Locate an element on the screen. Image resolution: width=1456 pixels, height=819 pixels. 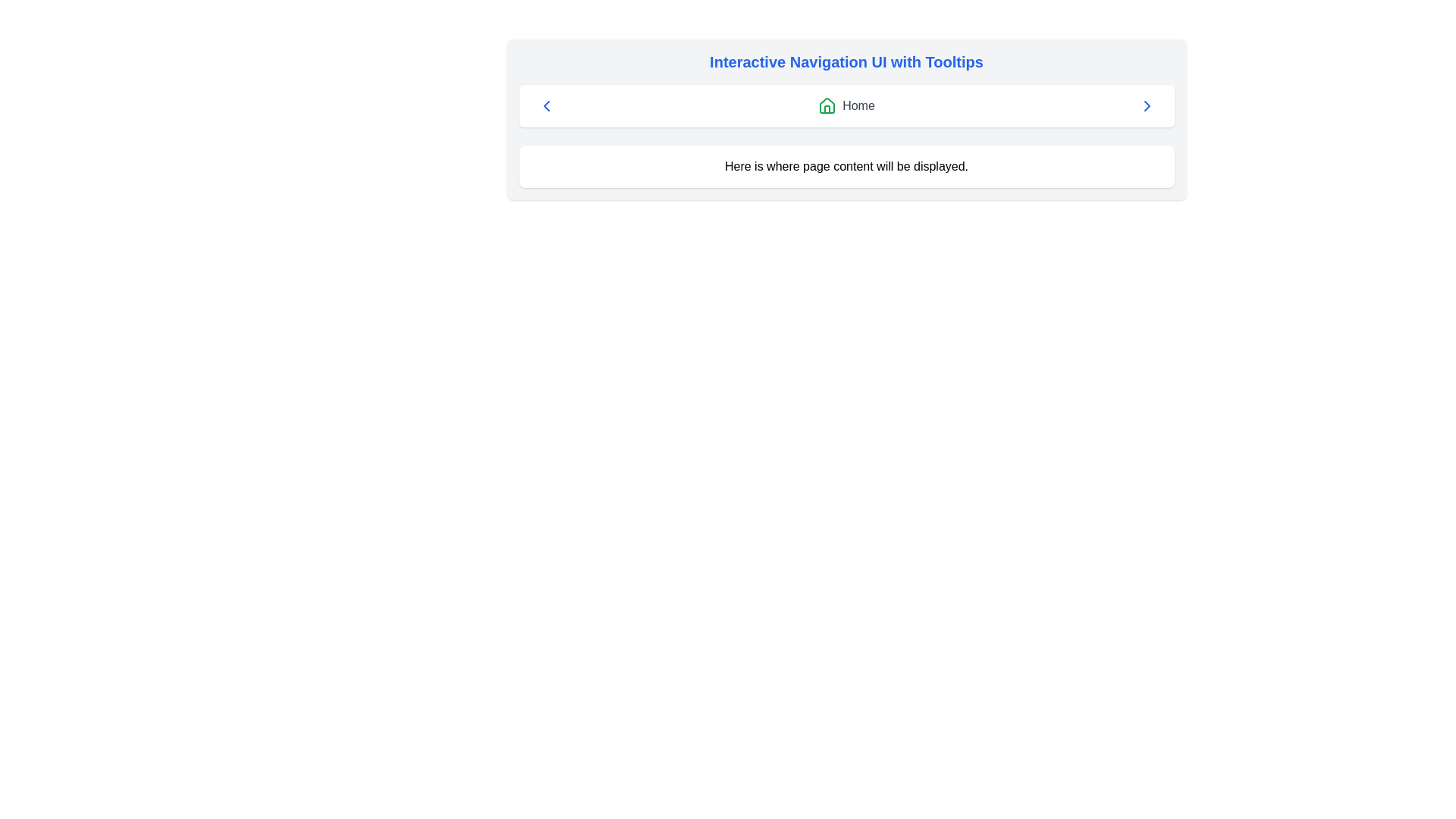
the chevron-left SVG icon located in the navigation bar labeled 'Previous' is located at coordinates (546, 105).